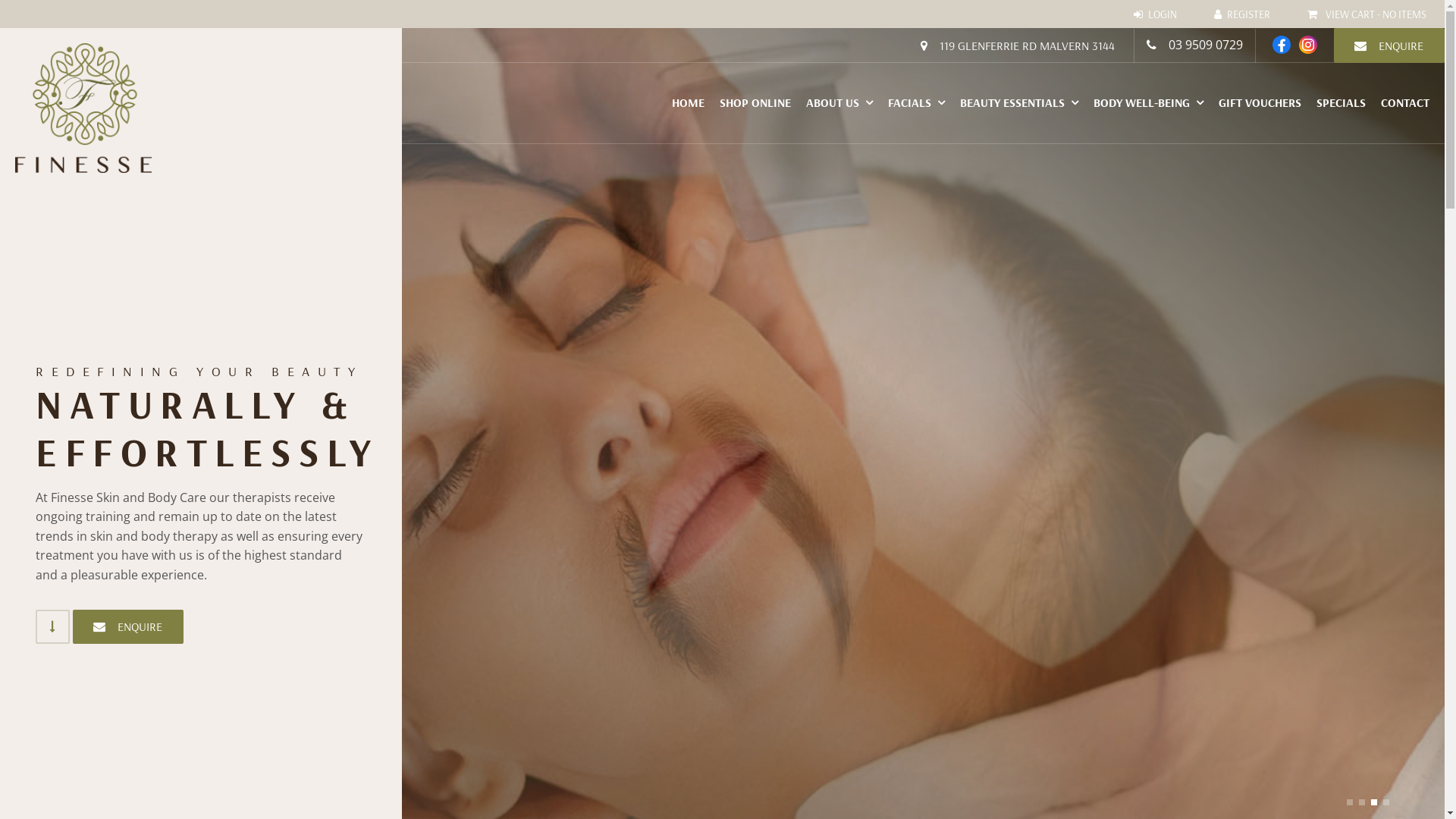 This screenshot has width=1456, height=819. What do you see at coordinates (1019, 102) in the screenshot?
I see `'BEAUTY ESSENTIALS'` at bounding box center [1019, 102].